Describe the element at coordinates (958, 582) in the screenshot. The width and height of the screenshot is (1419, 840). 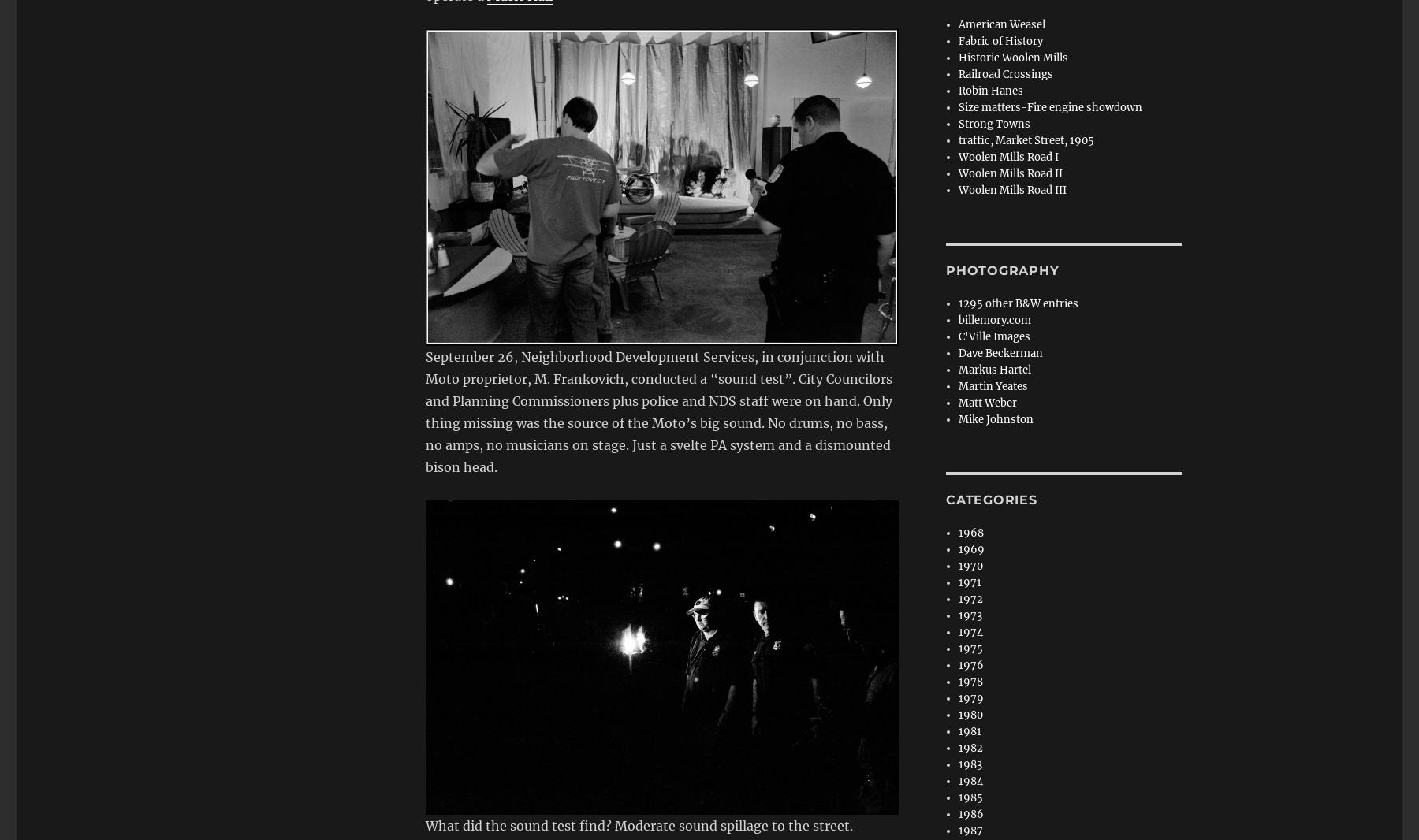
I see `'1971'` at that location.